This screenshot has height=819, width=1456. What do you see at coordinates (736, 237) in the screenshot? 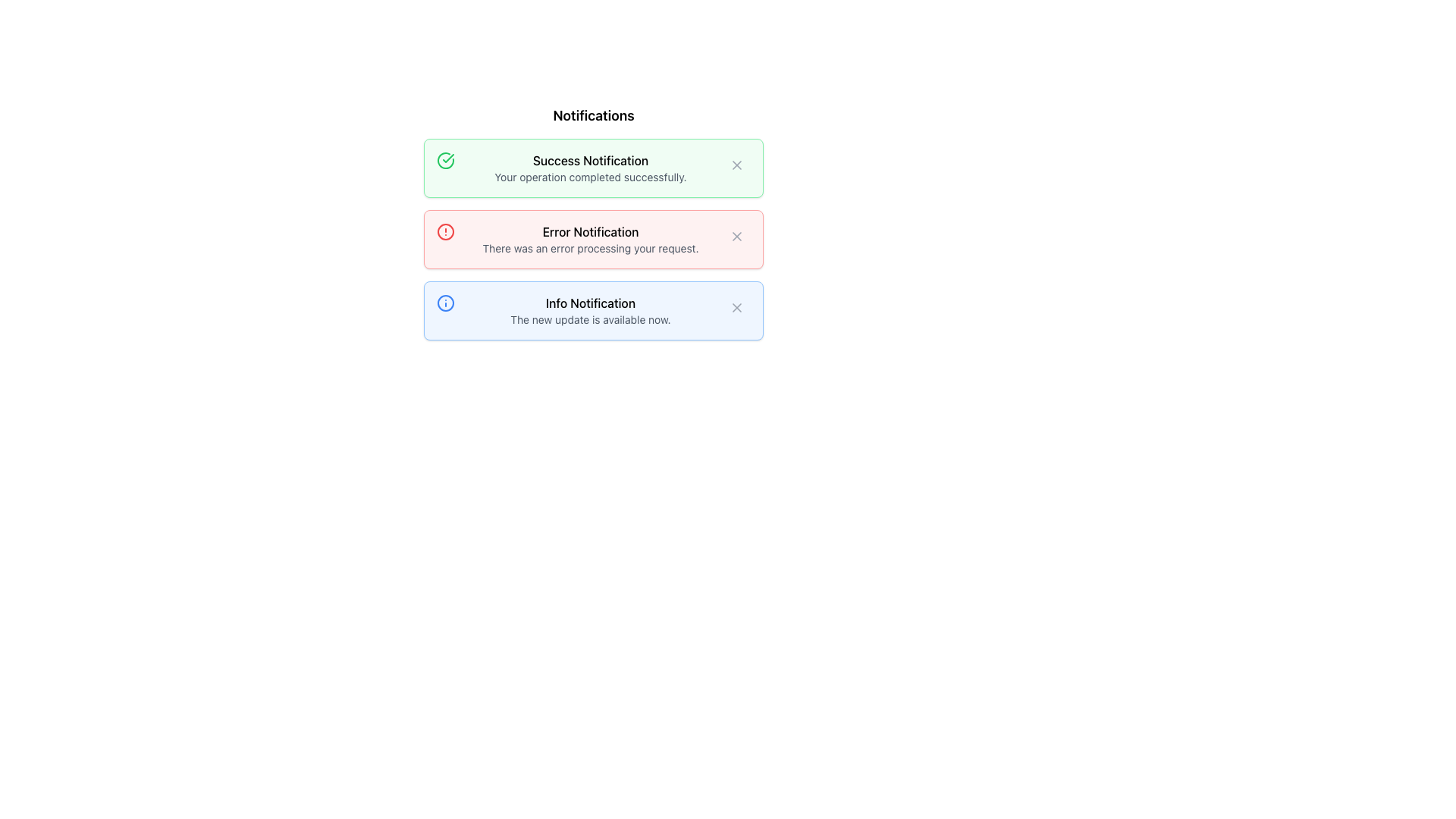
I see `the close button represented by an 'X' icon in the top-right corner of the Error Notification section` at bounding box center [736, 237].